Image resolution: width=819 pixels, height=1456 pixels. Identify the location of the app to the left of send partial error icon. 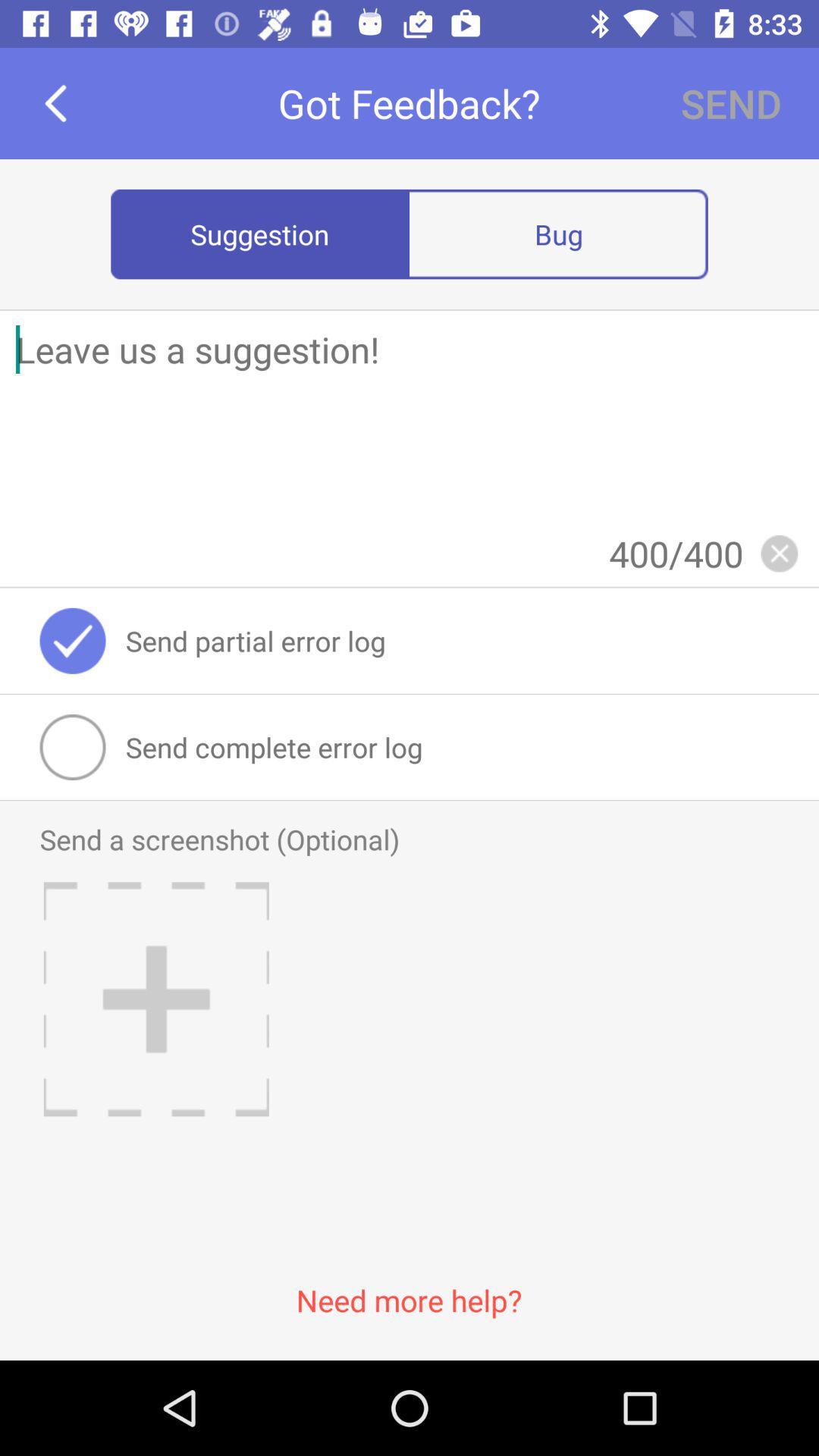
(73, 641).